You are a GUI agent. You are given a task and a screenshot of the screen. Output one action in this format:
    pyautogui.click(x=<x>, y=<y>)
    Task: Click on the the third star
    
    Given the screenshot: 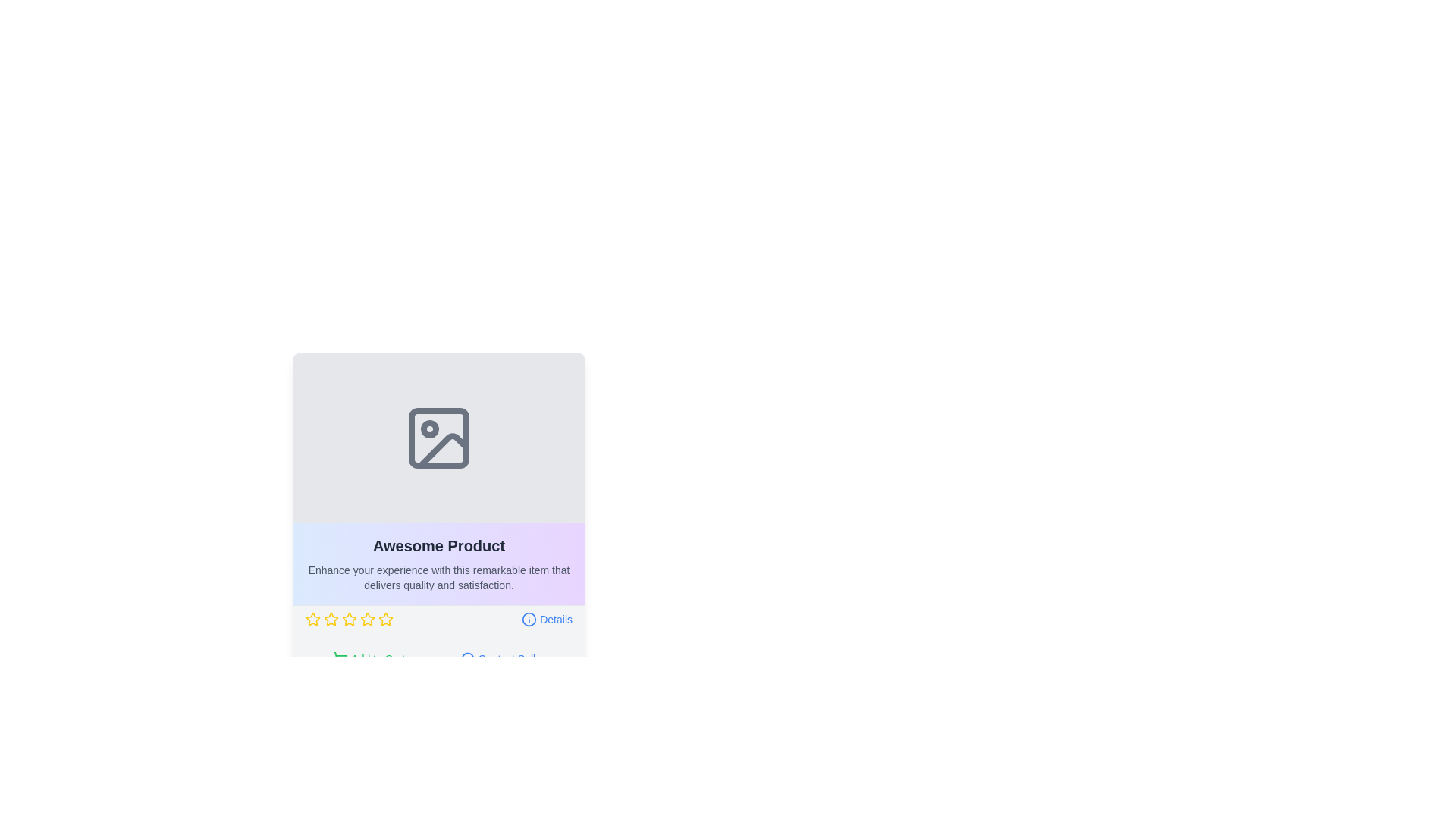 What is the action you would take?
    pyautogui.click(x=348, y=620)
    